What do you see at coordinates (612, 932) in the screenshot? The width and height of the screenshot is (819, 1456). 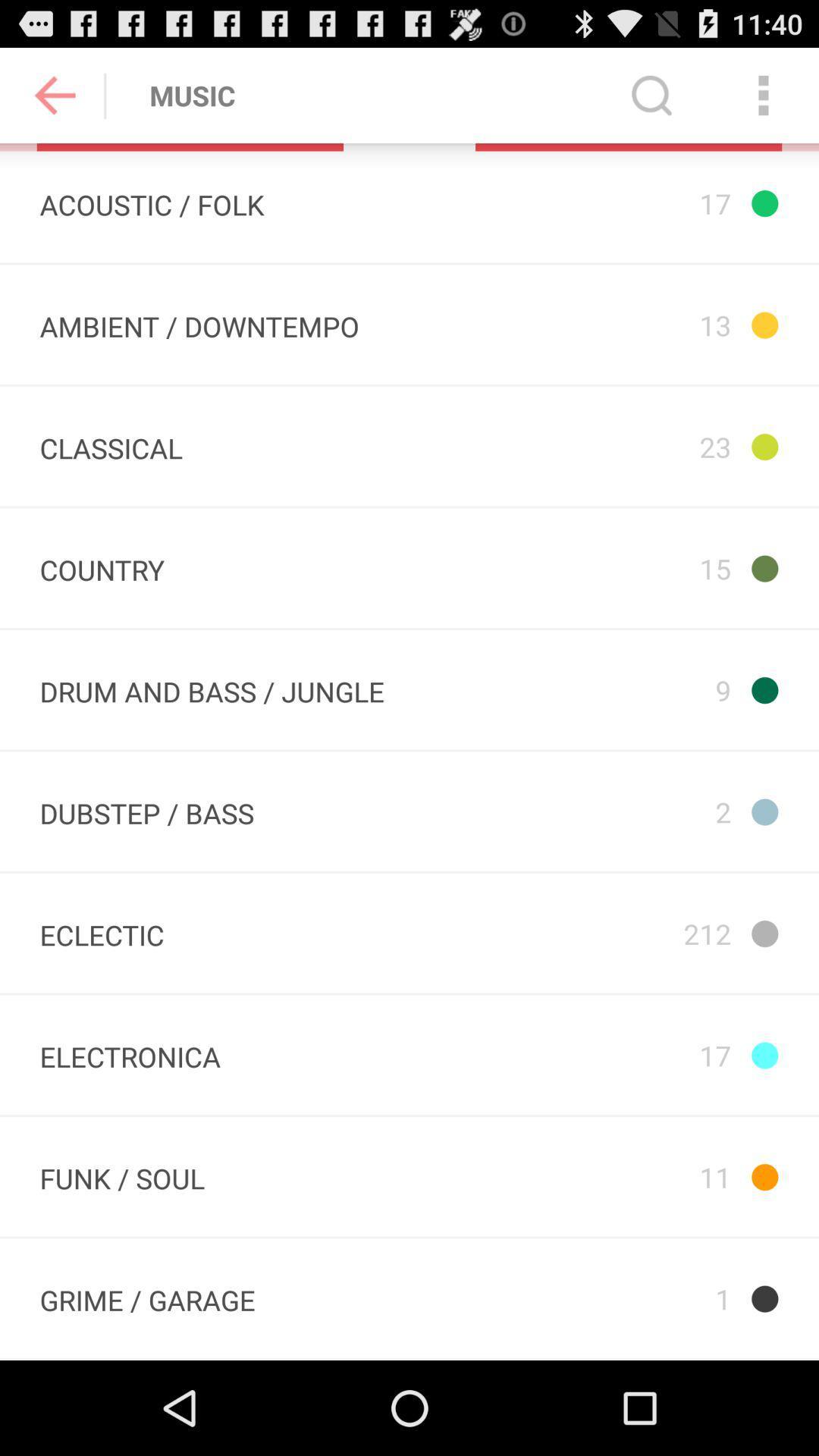 I see `212 icon` at bounding box center [612, 932].